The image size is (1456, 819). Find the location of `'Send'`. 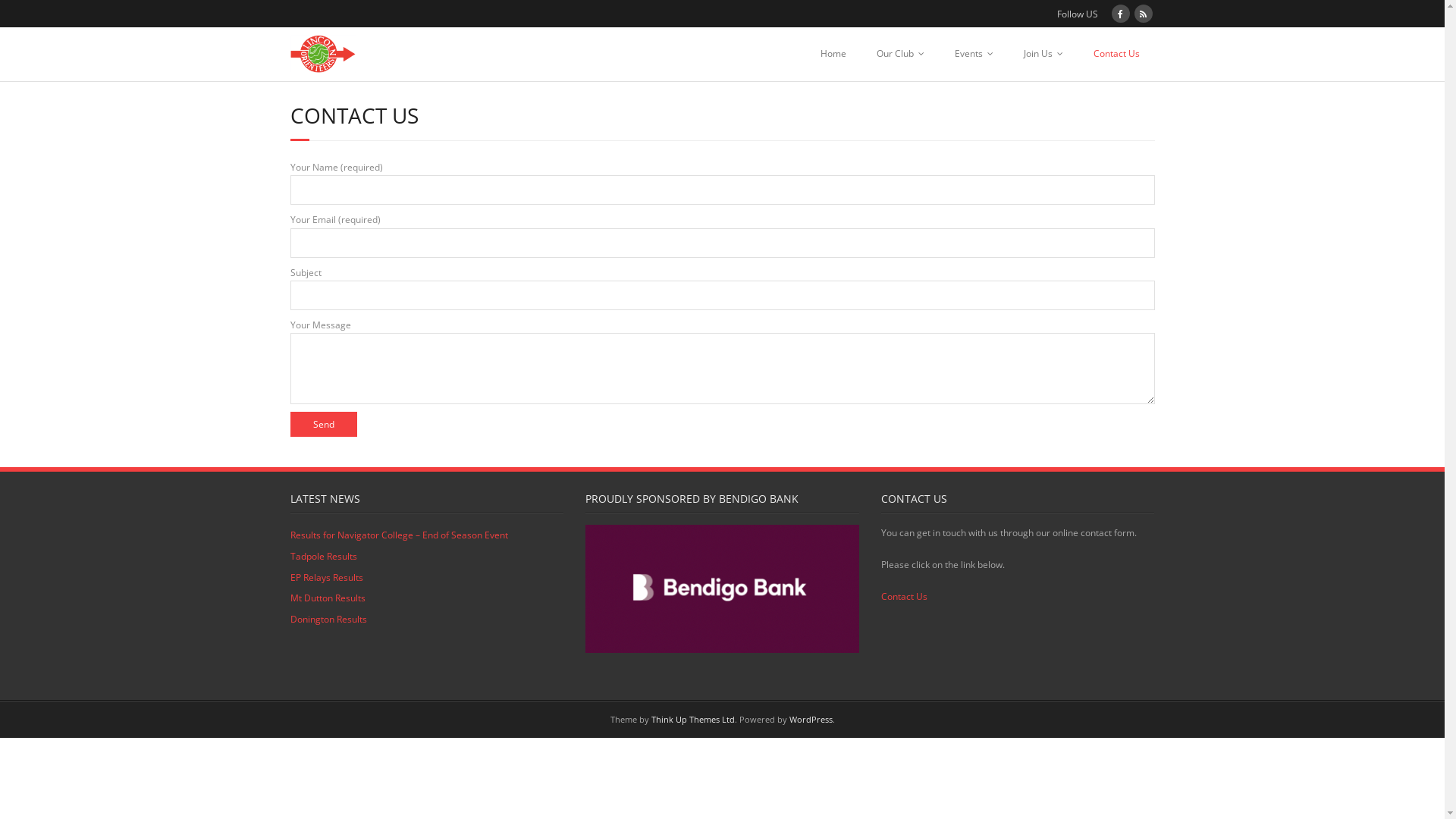

'Send' is located at coordinates (290, 424).